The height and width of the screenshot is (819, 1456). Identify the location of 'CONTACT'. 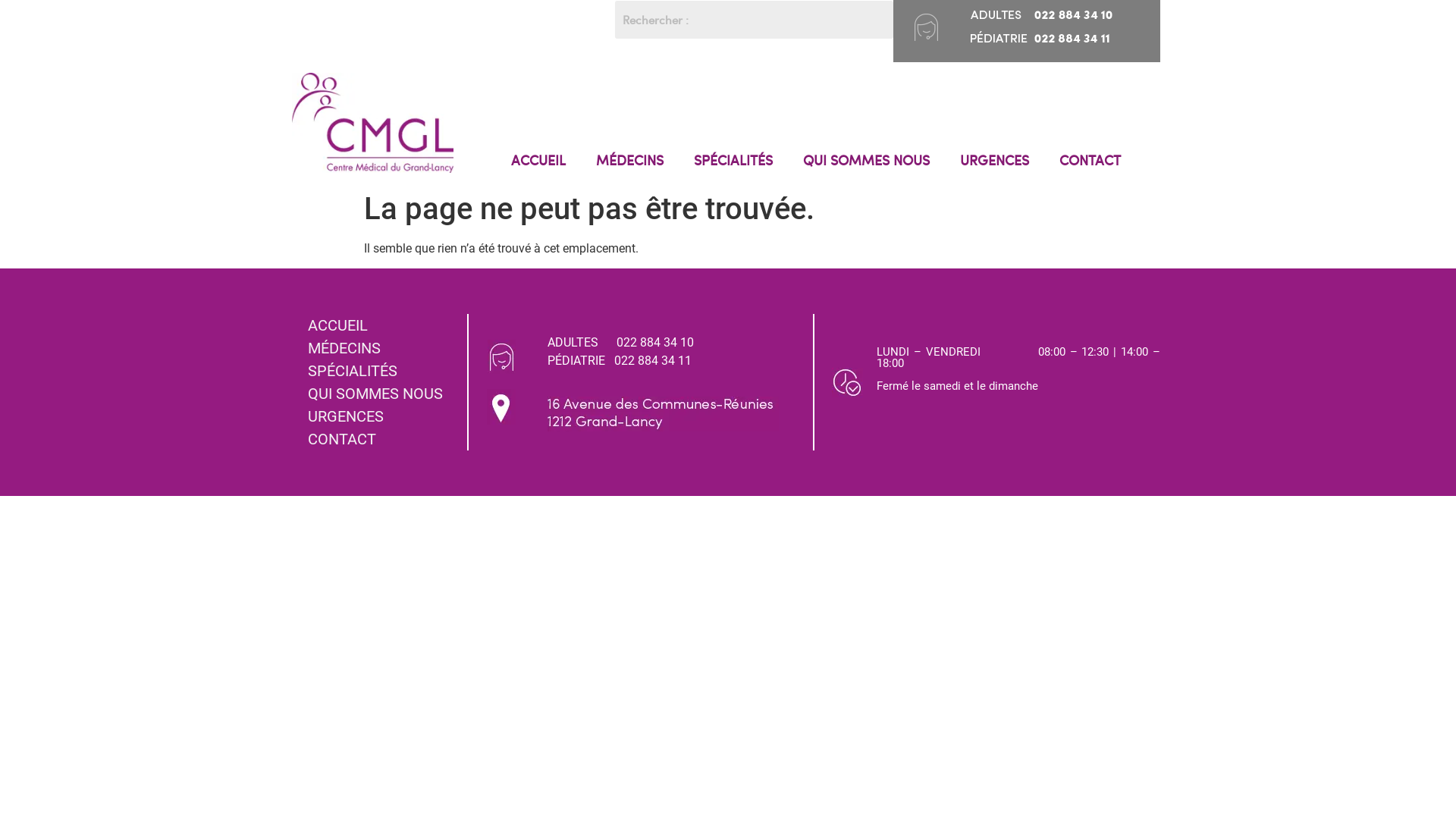
(381, 438).